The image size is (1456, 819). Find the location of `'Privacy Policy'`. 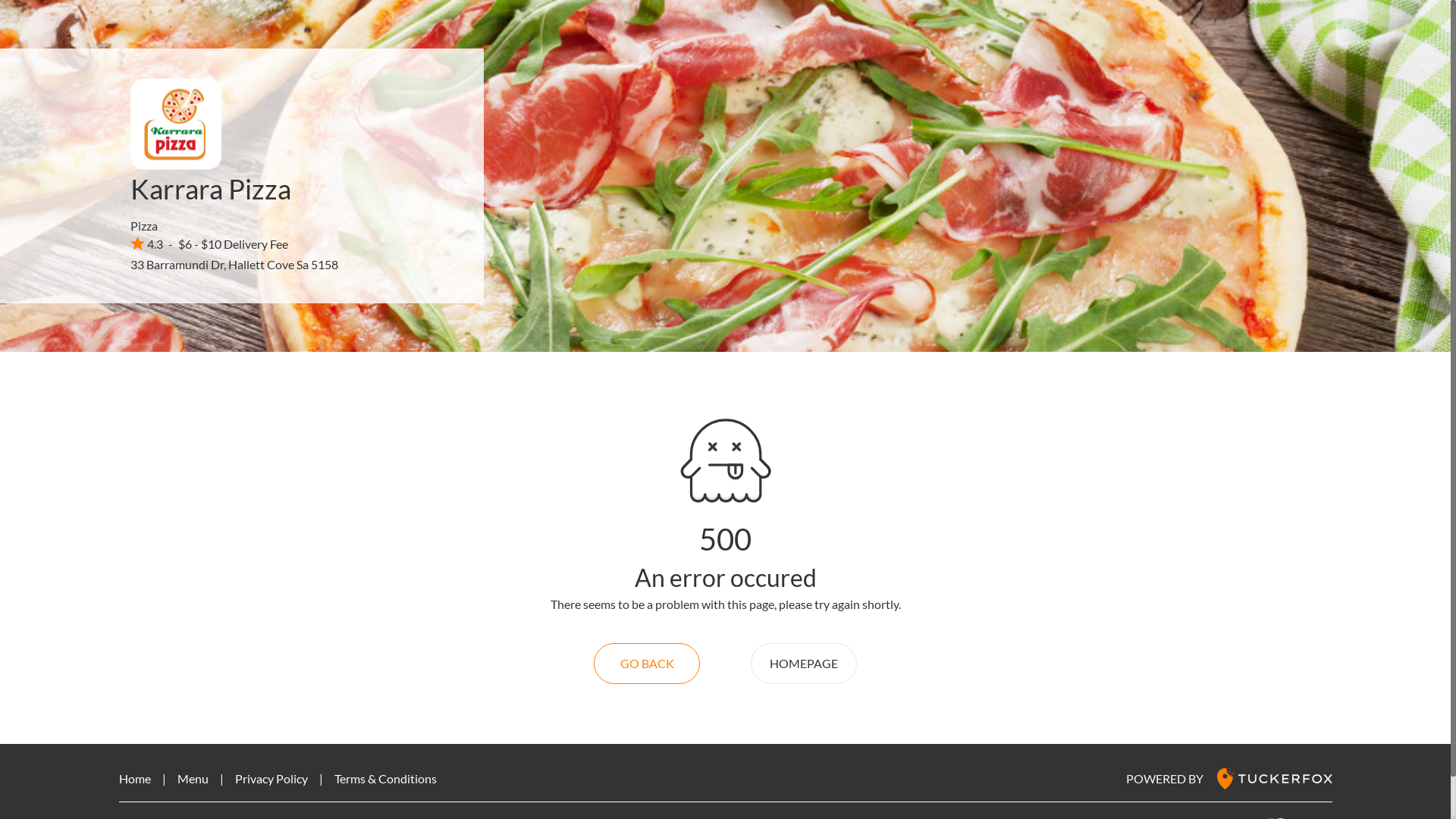

'Privacy Policy' is located at coordinates (271, 778).